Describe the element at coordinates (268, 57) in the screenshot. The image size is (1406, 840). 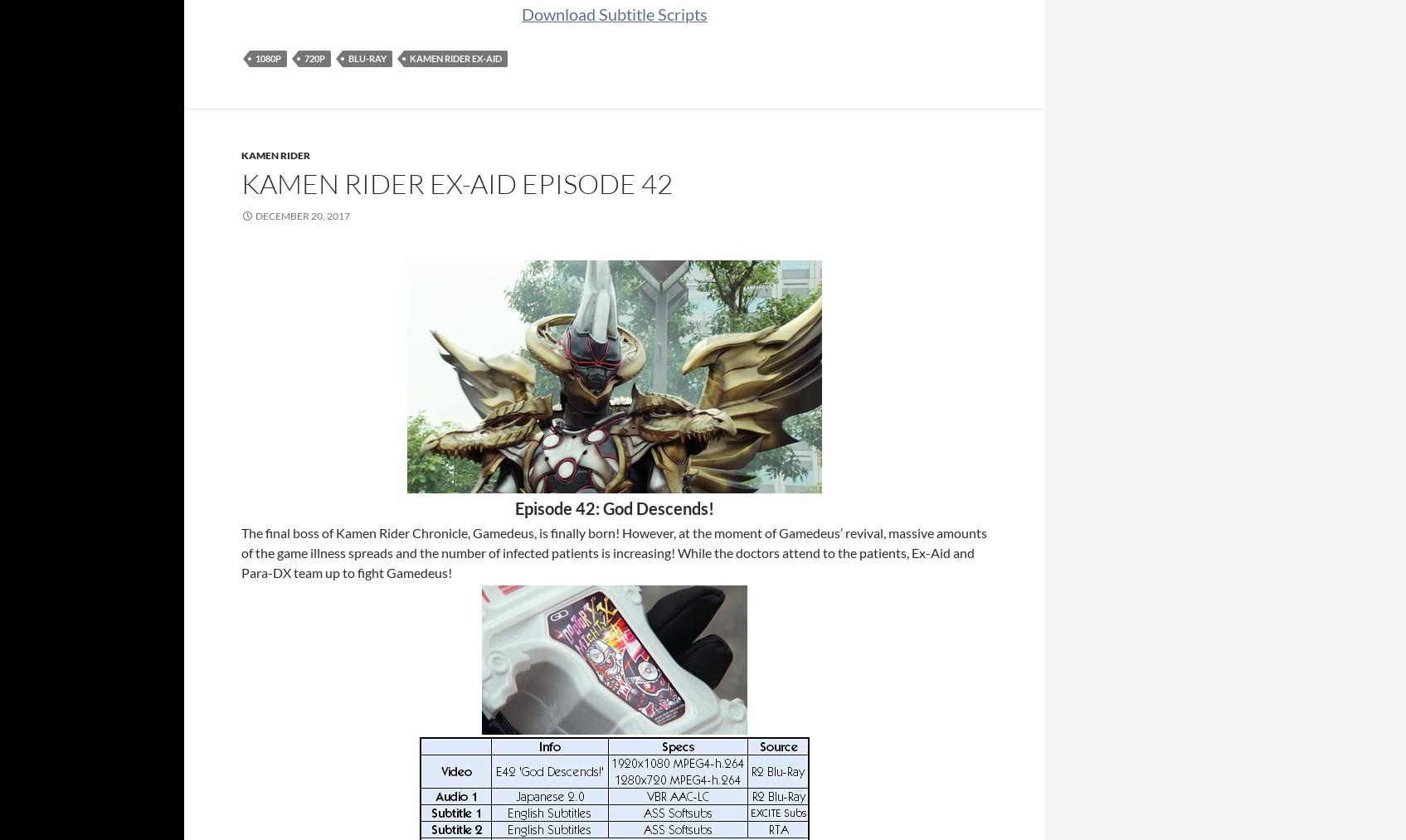
I see `'1080p'` at that location.